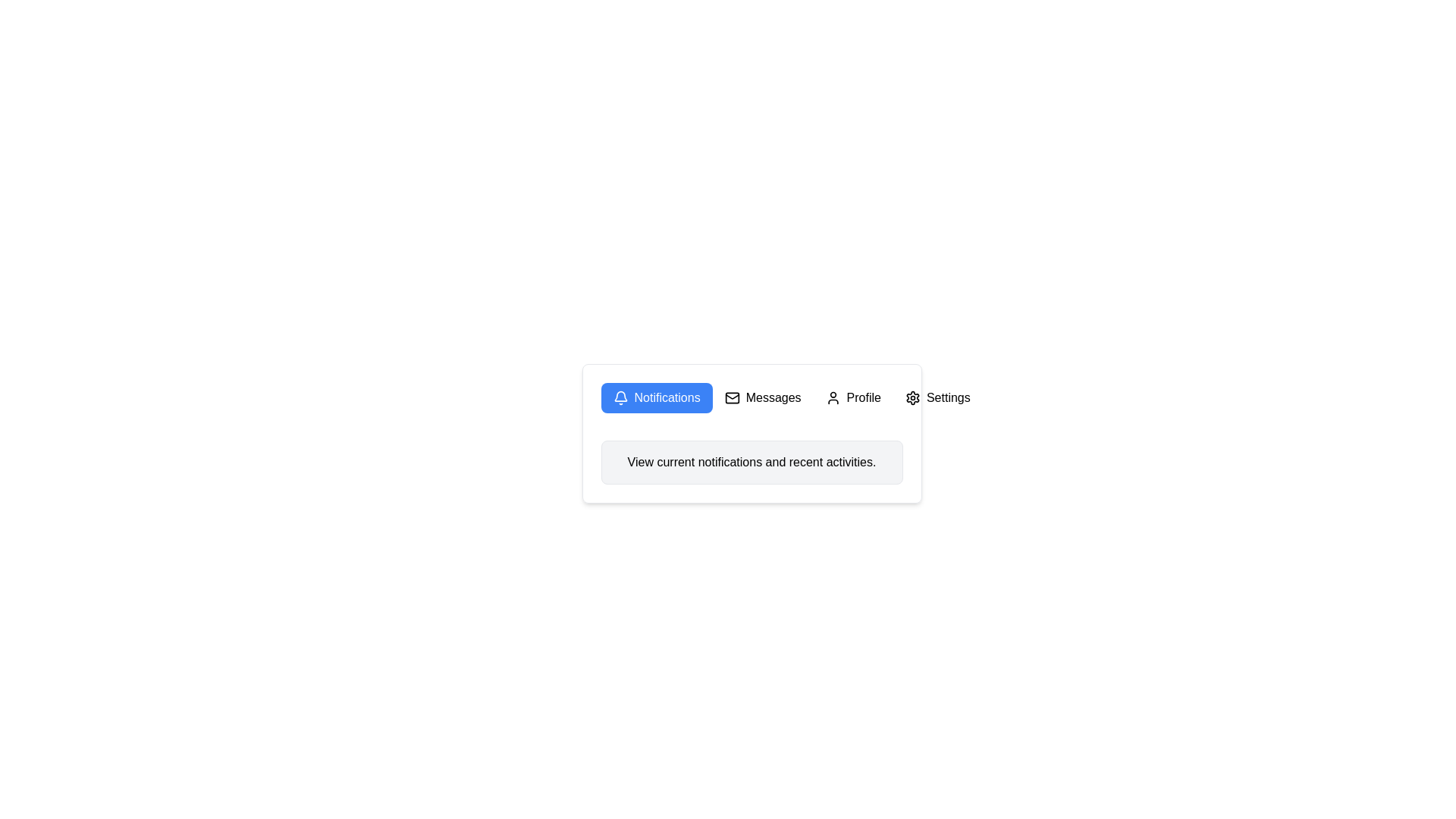  I want to click on the informational text block that displays notifications and recent activities, located centrally below the interactive buttons, so click(752, 461).